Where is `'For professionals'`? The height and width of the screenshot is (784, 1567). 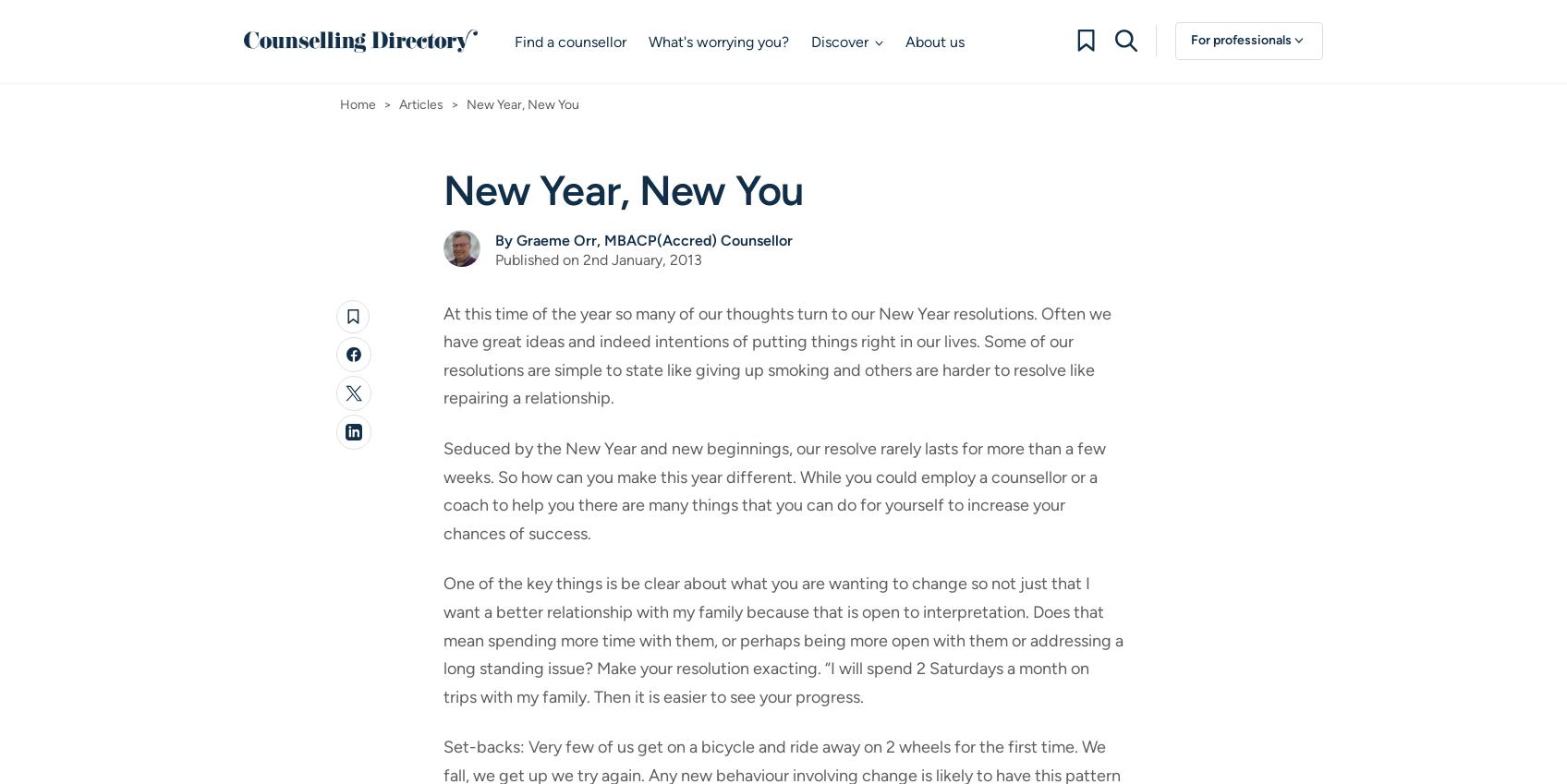
'For professionals' is located at coordinates (1190, 39).